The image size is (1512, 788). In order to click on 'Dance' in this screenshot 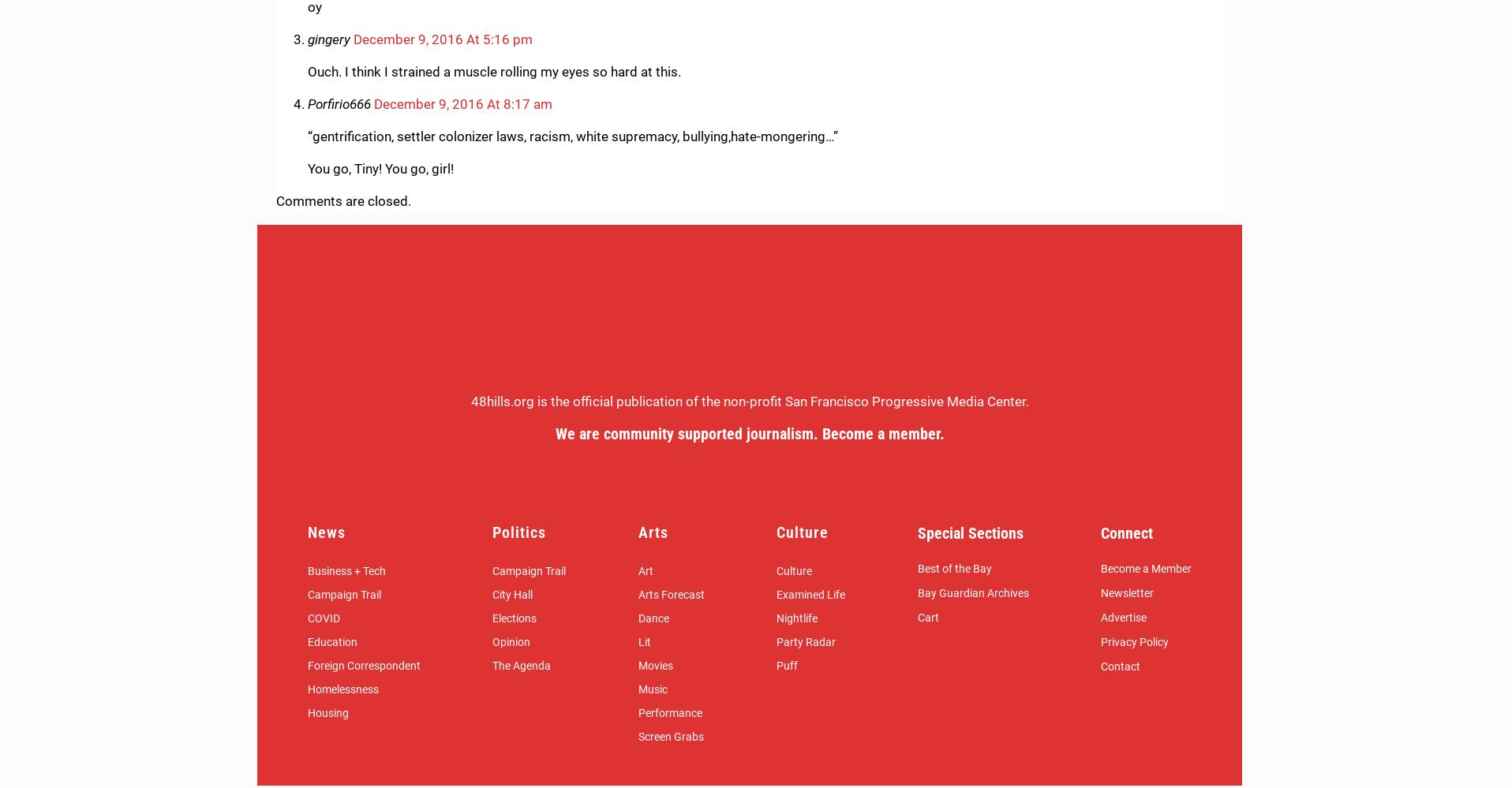, I will do `click(652, 618)`.